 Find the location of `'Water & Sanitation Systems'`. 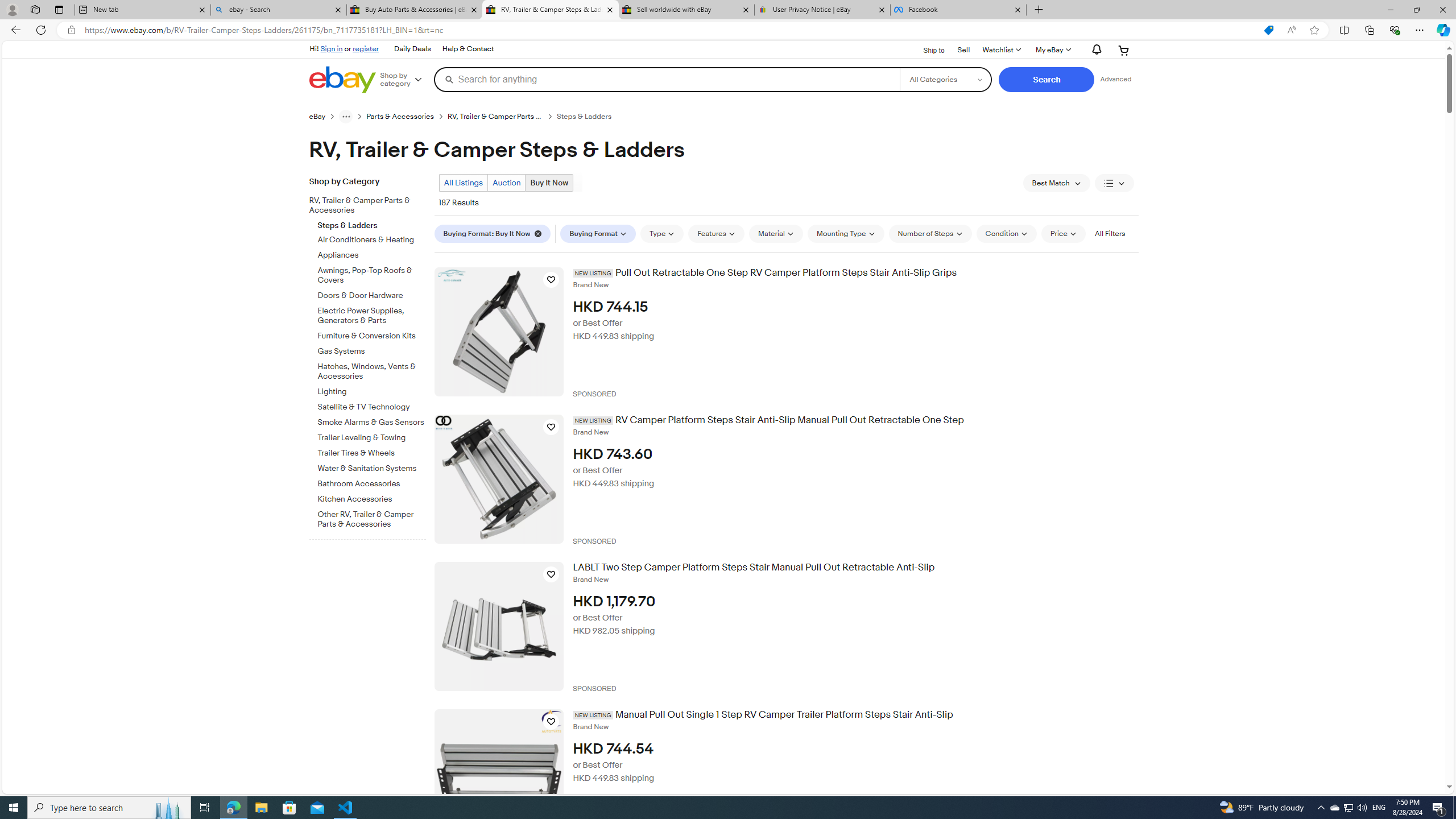

'Water & Sanitation Systems' is located at coordinates (371, 466).